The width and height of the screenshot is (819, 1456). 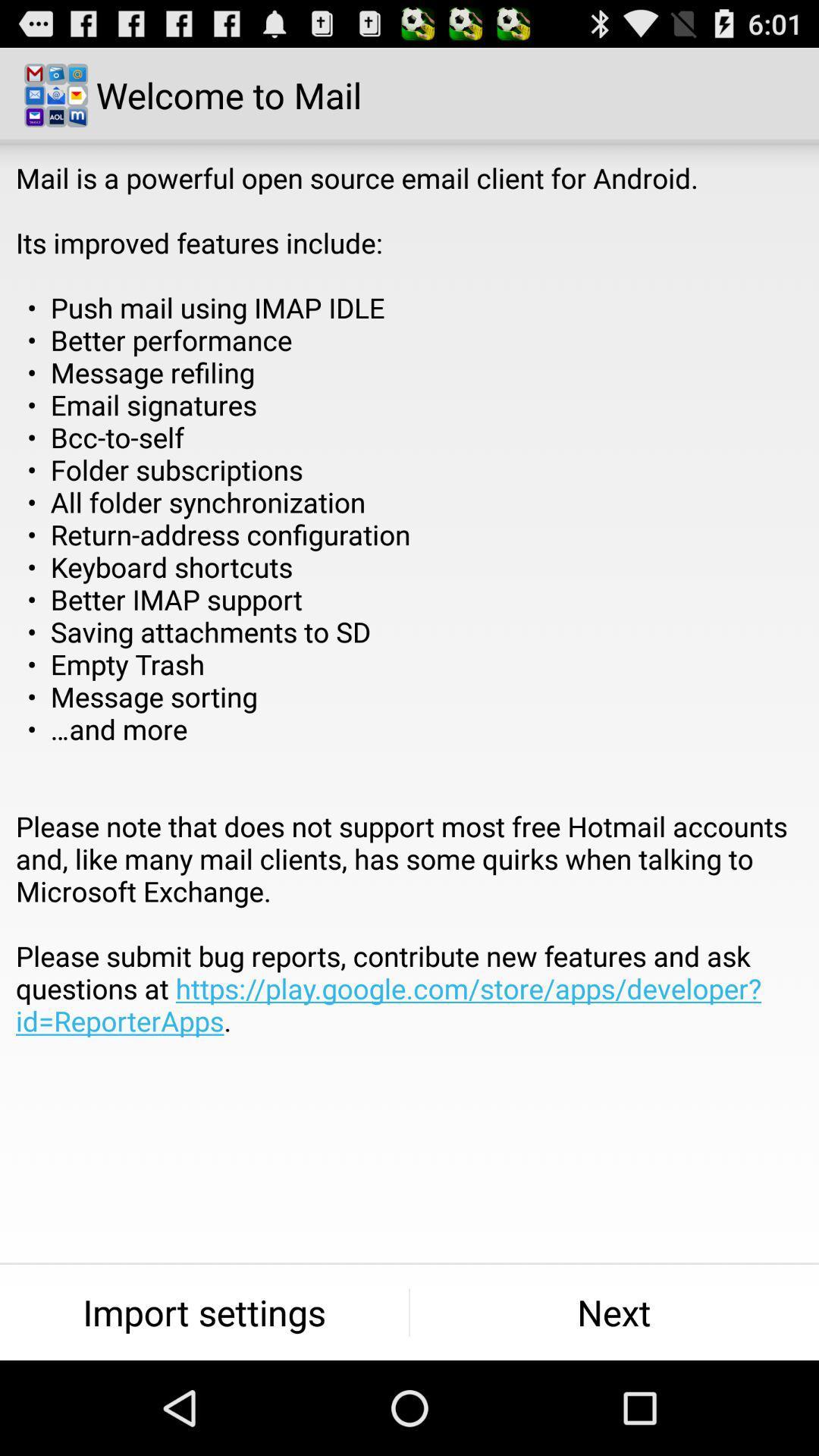 I want to click on item at the bottom left corner, so click(x=203, y=1312).